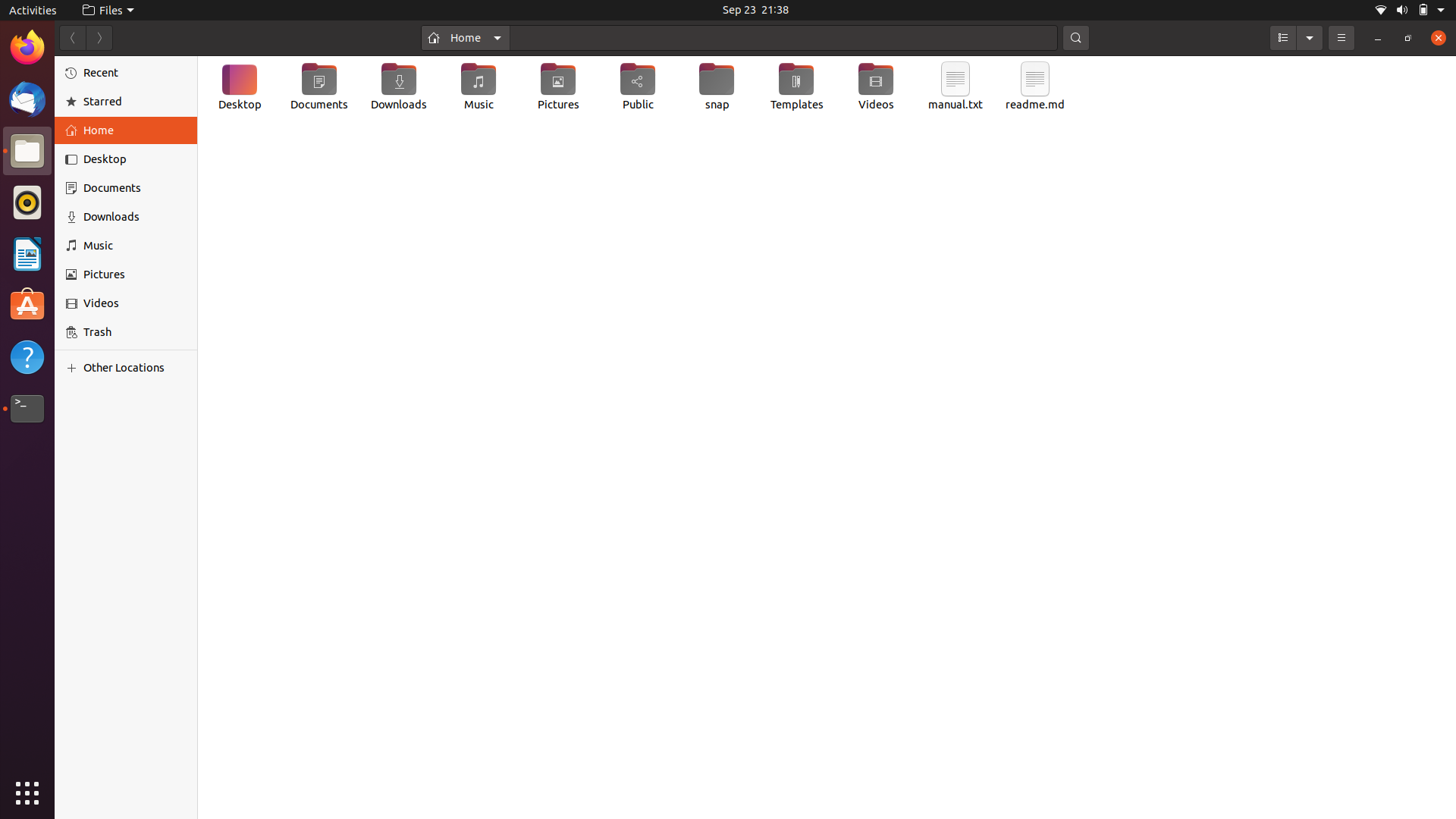 This screenshot has height=819, width=1456. Describe the element at coordinates (795, 88) in the screenshot. I see `the folder named "Templates` at that location.